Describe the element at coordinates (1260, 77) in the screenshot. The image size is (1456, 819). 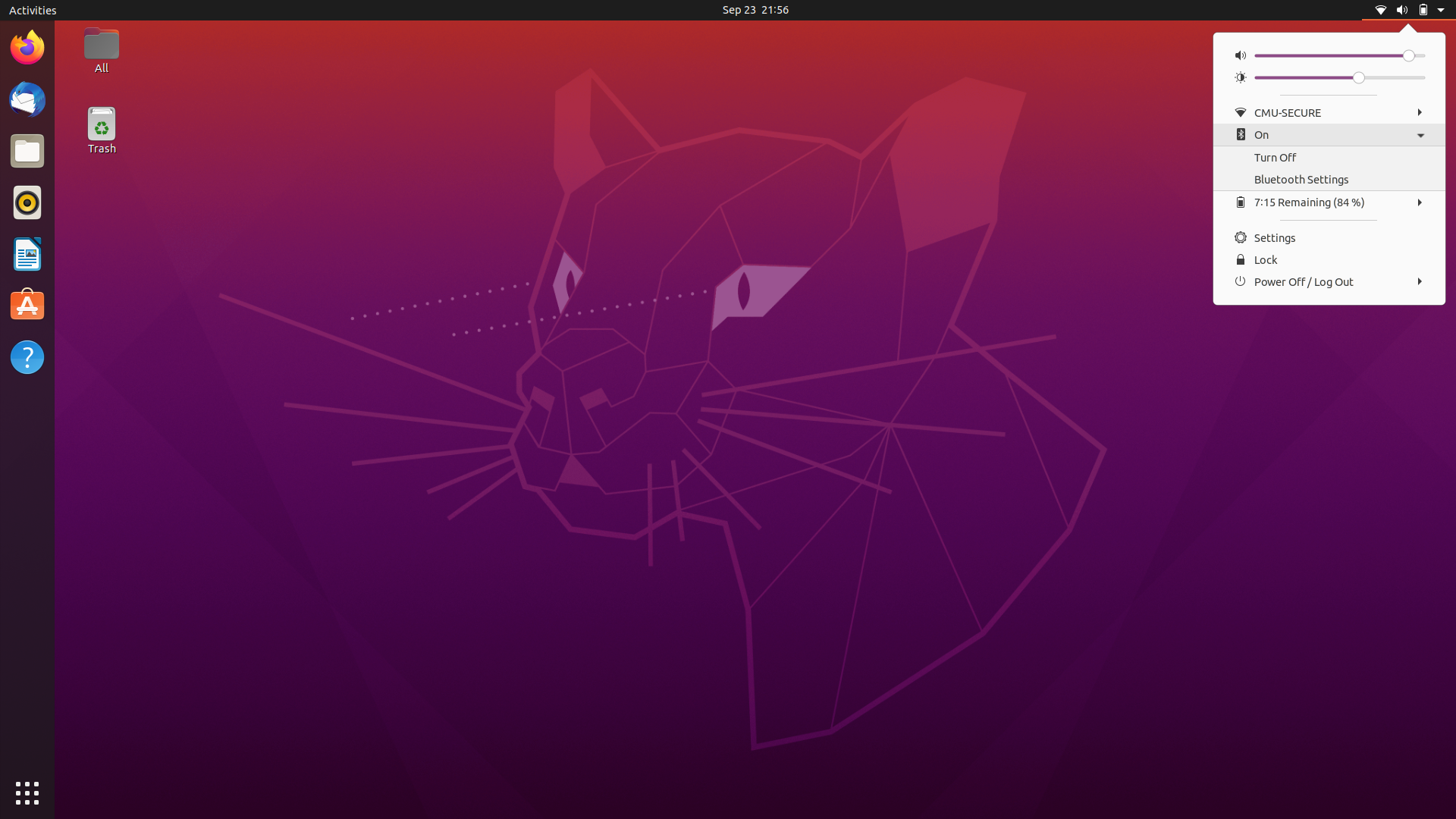
I see `Screen Brightness` at that location.